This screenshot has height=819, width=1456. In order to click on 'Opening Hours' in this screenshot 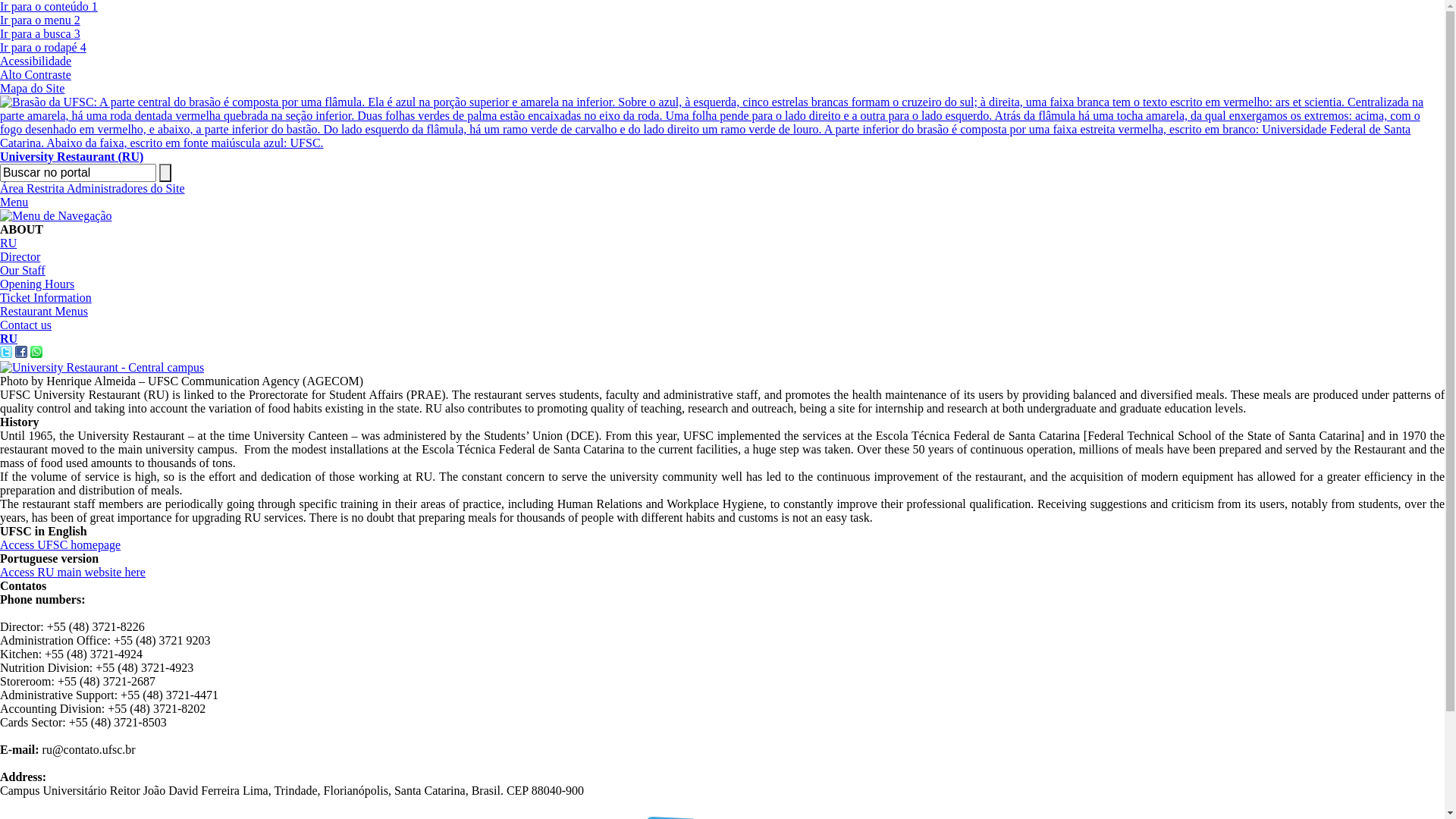, I will do `click(0, 284)`.